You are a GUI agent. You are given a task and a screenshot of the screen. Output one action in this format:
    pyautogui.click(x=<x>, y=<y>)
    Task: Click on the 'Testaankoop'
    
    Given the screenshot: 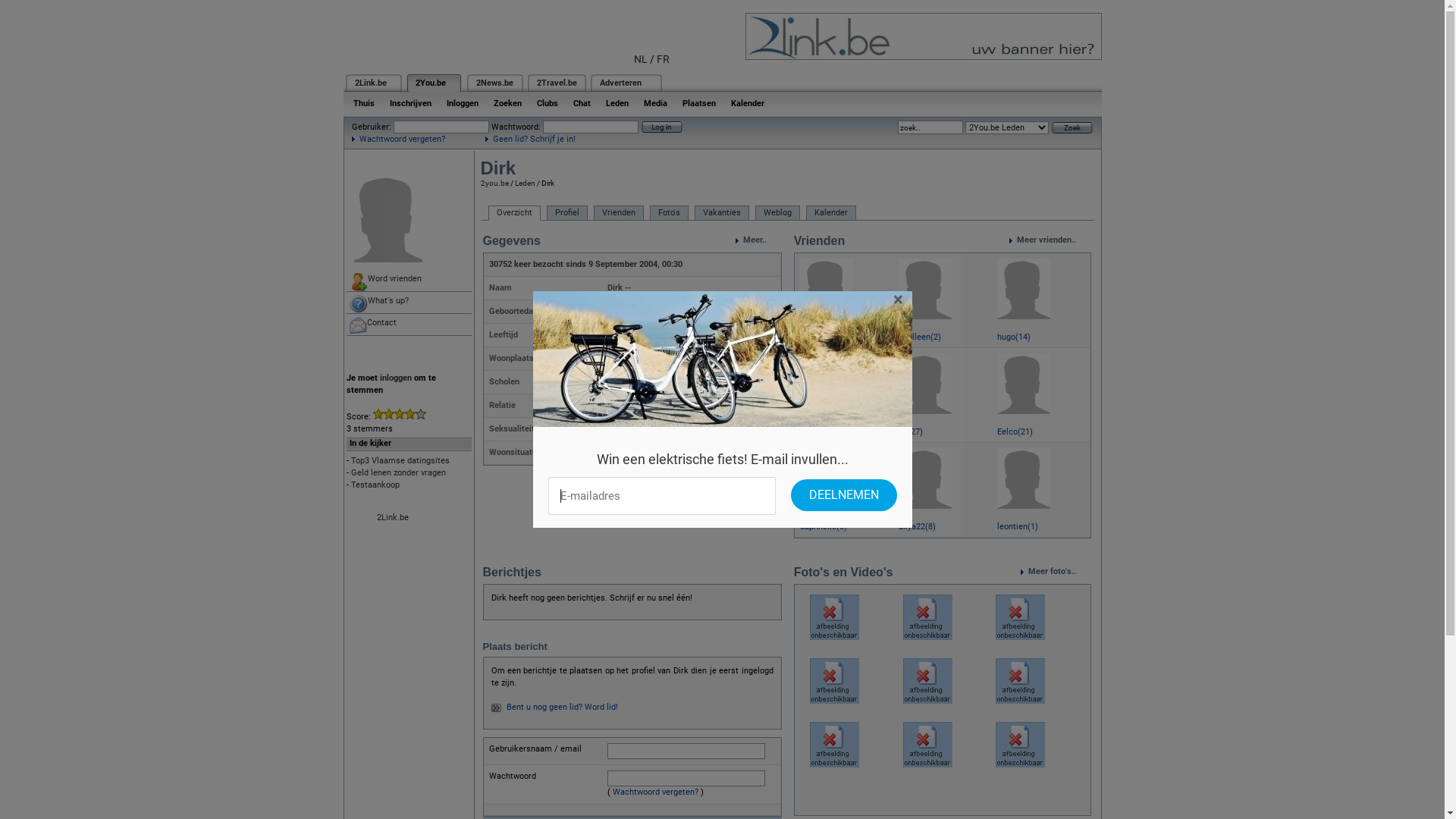 What is the action you would take?
    pyautogui.click(x=375, y=485)
    